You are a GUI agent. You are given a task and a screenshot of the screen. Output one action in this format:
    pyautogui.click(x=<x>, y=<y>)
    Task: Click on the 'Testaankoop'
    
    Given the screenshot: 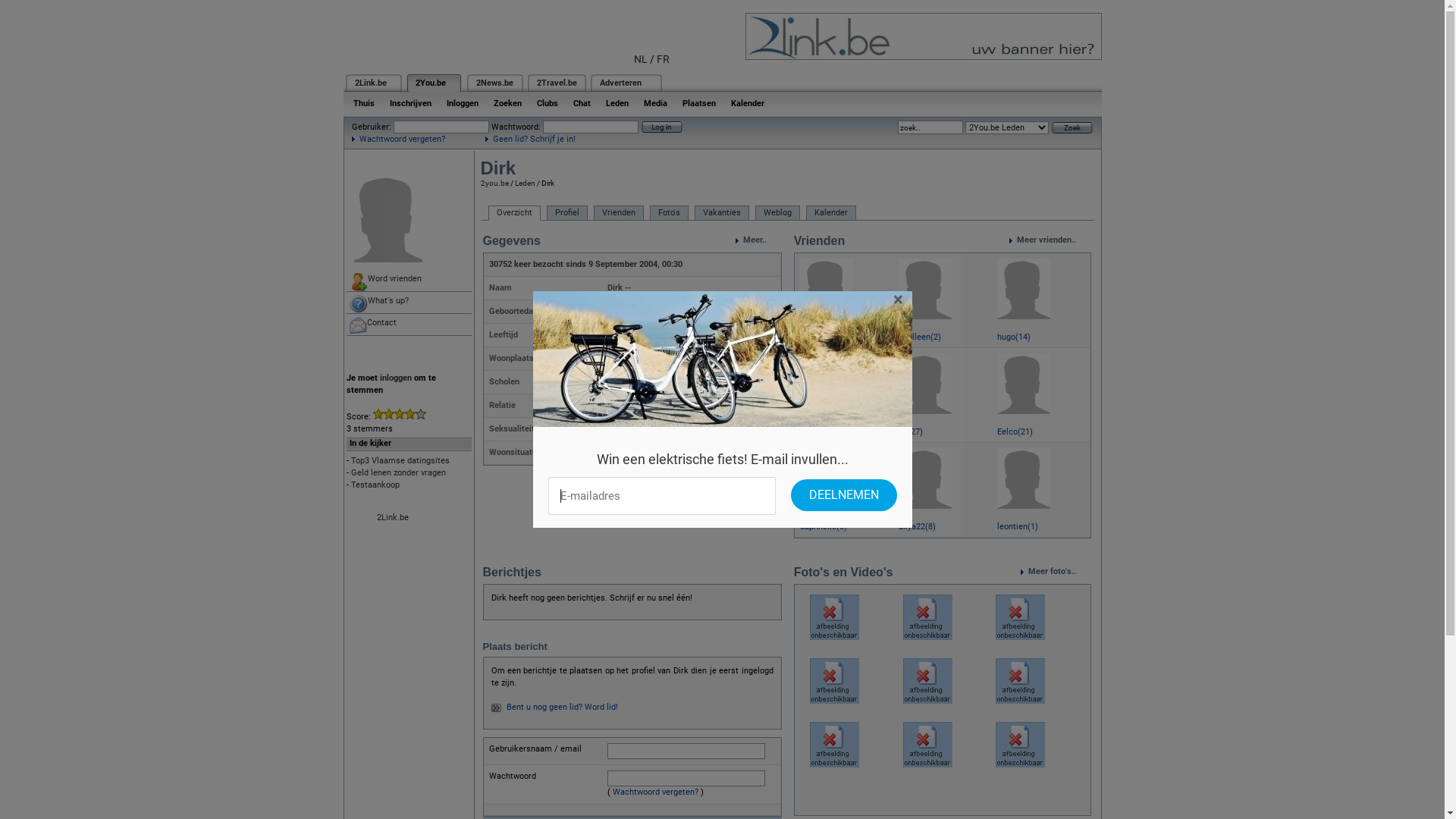 What is the action you would take?
    pyautogui.click(x=375, y=485)
    